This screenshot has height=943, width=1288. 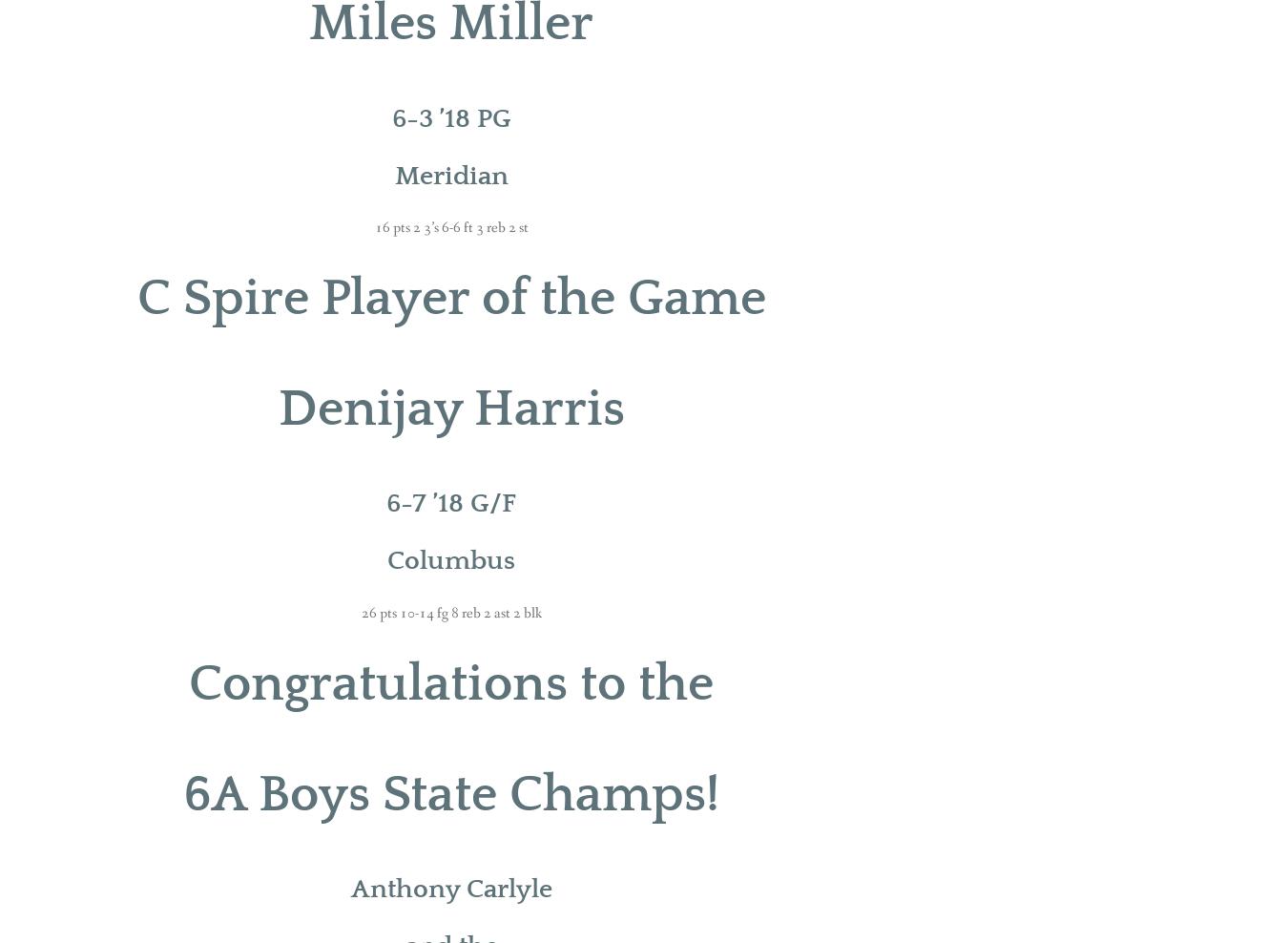 What do you see at coordinates (450, 502) in the screenshot?
I see `'6-7 ’18 G/F'` at bounding box center [450, 502].